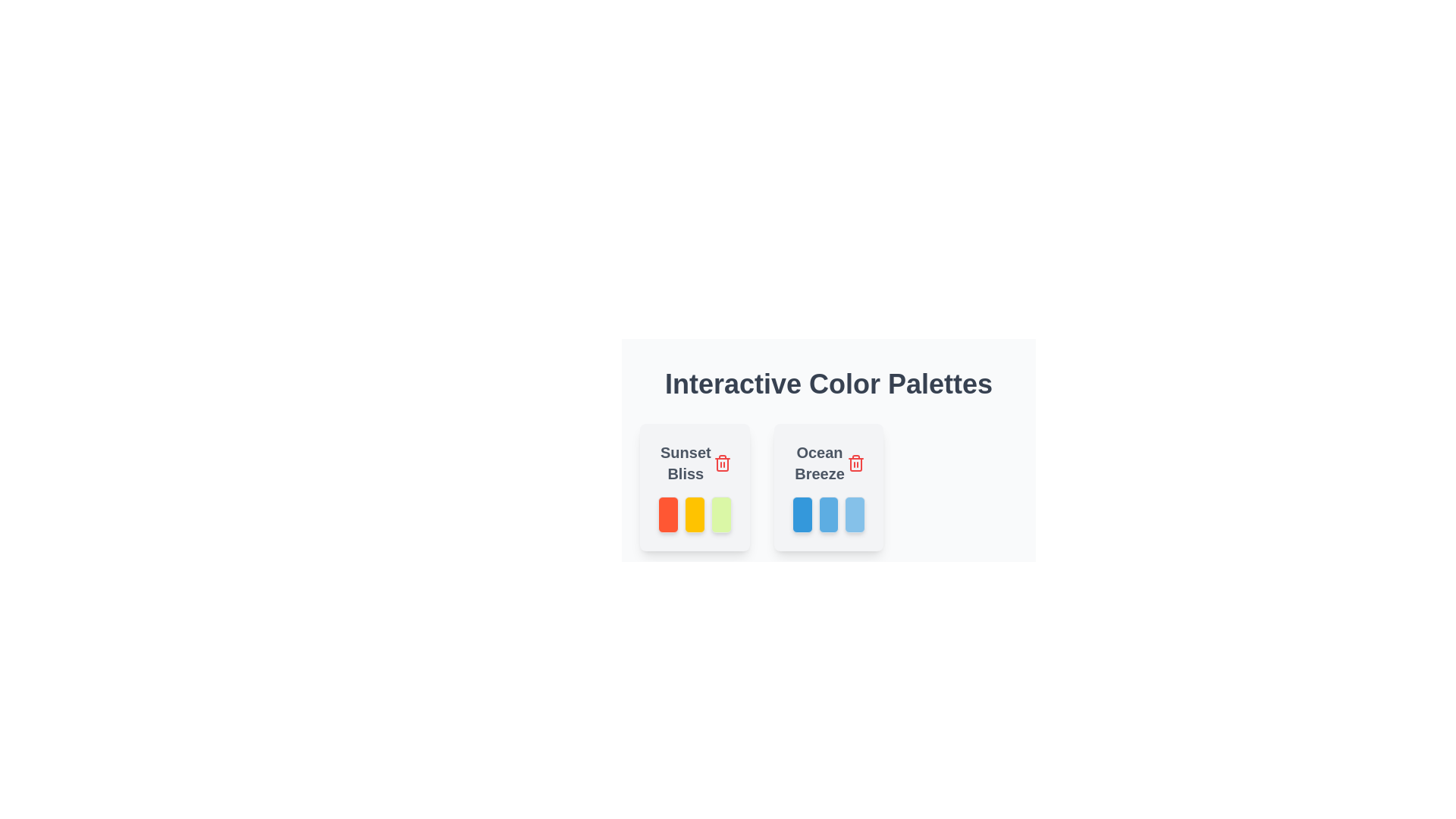  Describe the element at coordinates (827, 513) in the screenshot. I see `the middle square of the Color indicator or palette component with a solid light blue background located in the 'Ocean Breeze' palette on the second row of the 'Interactive Color Palettes' section` at that location.